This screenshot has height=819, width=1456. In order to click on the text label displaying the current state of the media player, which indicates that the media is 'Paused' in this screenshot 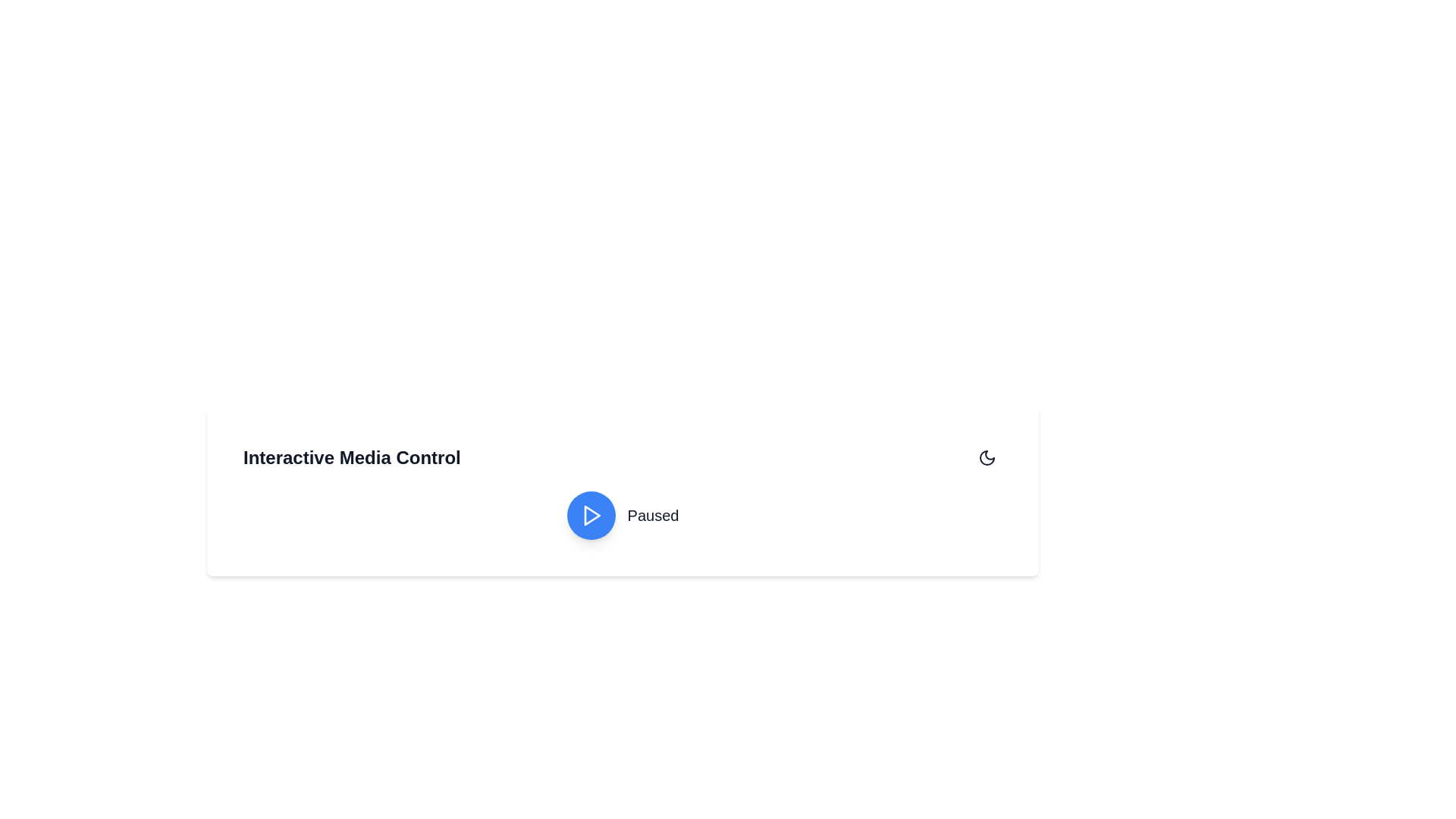, I will do `click(653, 514)`.